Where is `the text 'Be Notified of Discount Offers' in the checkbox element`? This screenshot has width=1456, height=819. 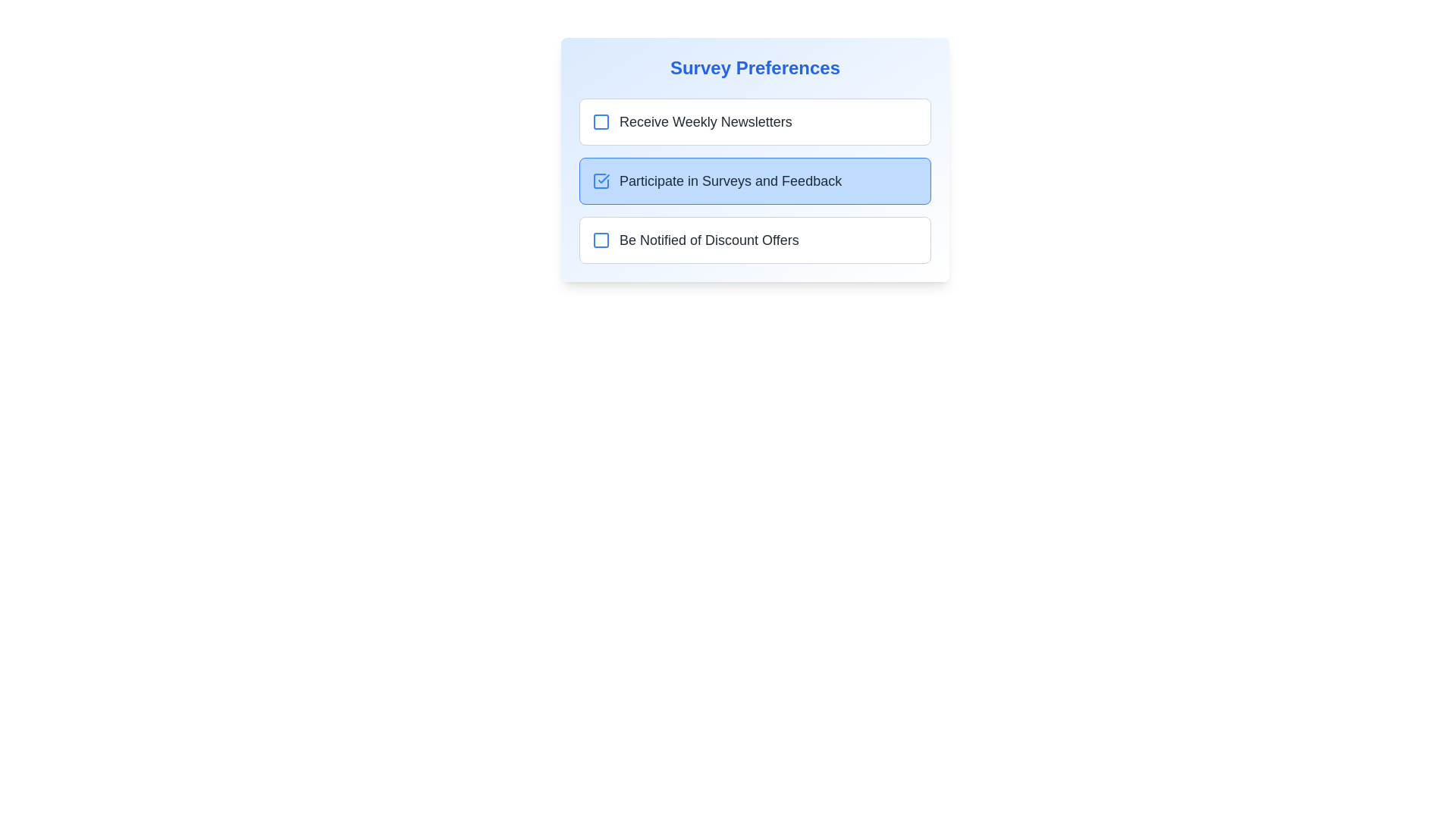 the text 'Be Notified of Discount Offers' in the checkbox element is located at coordinates (755, 239).